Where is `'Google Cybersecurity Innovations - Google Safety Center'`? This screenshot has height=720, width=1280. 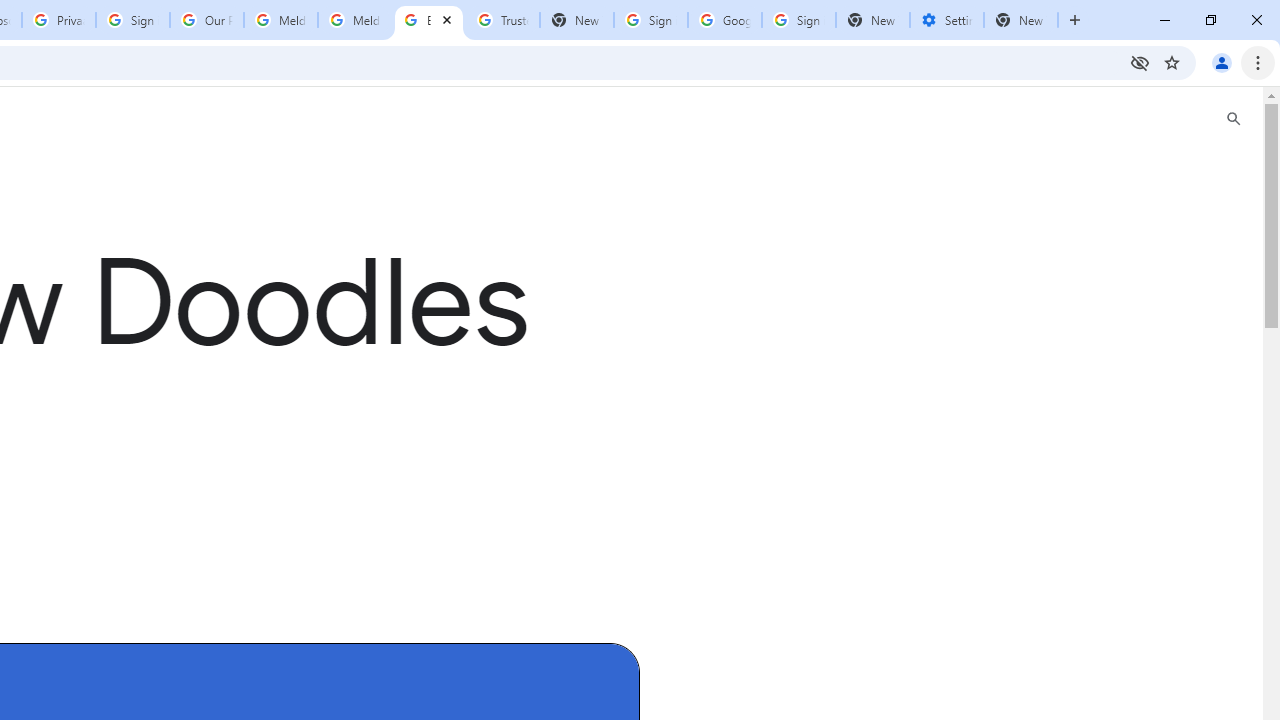 'Google Cybersecurity Innovations - Google Safety Center' is located at coordinates (723, 20).